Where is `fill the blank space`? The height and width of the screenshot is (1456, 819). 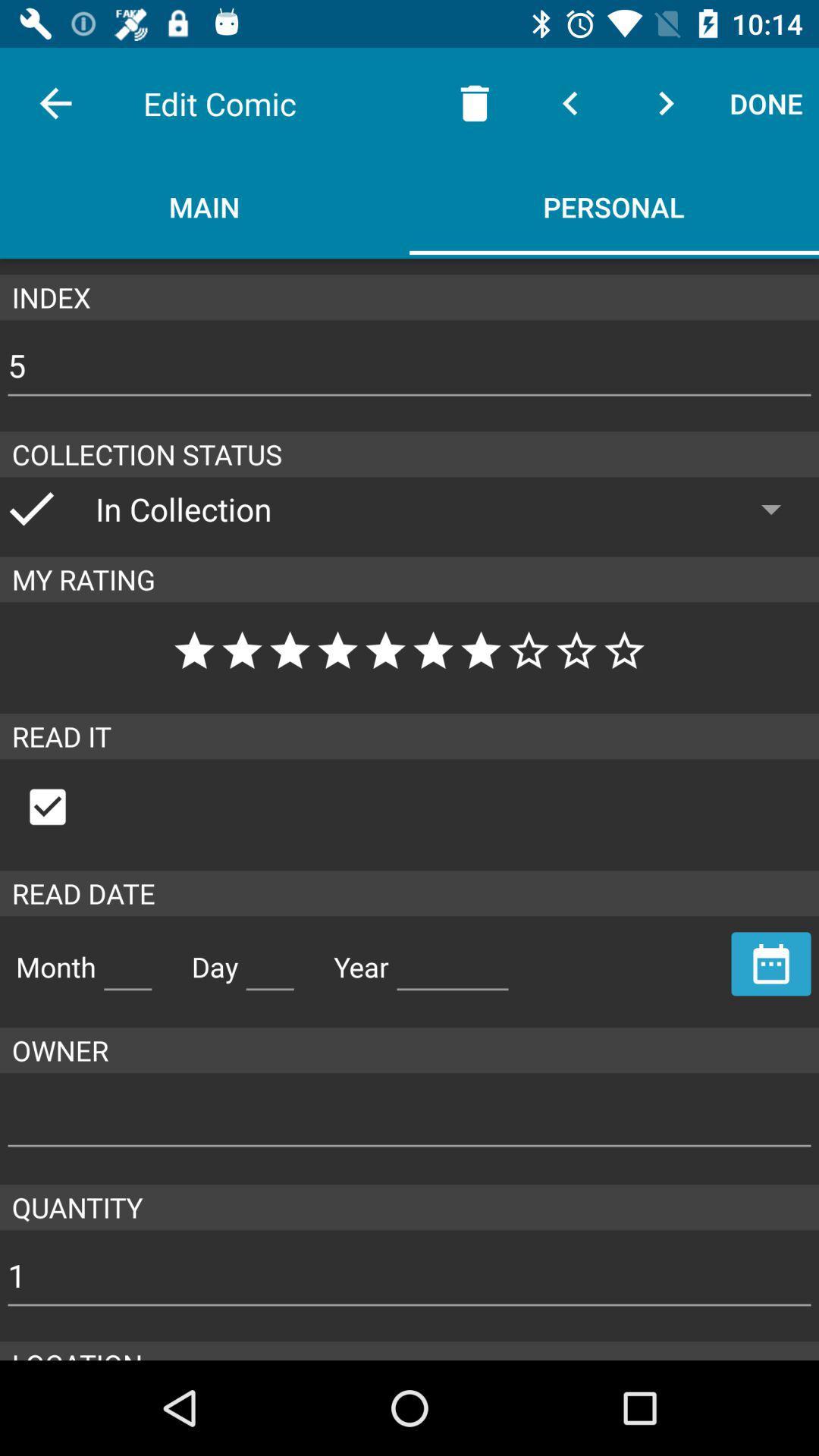
fill the blank space is located at coordinates (127, 960).